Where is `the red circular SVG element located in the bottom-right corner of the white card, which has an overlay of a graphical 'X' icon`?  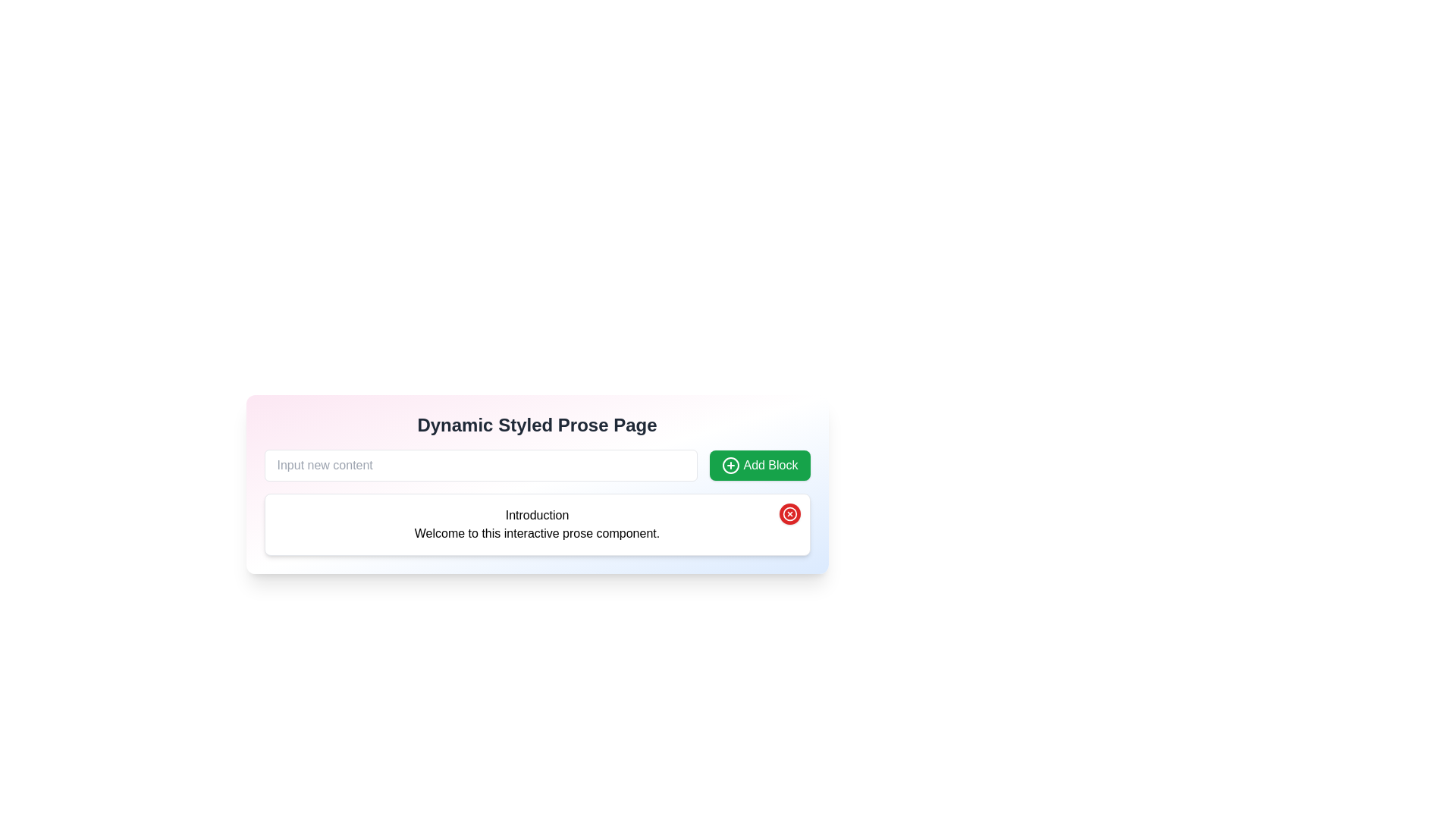
the red circular SVG element located in the bottom-right corner of the white card, which has an overlay of a graphical 'X' icon is located at coordinates (789, 513).